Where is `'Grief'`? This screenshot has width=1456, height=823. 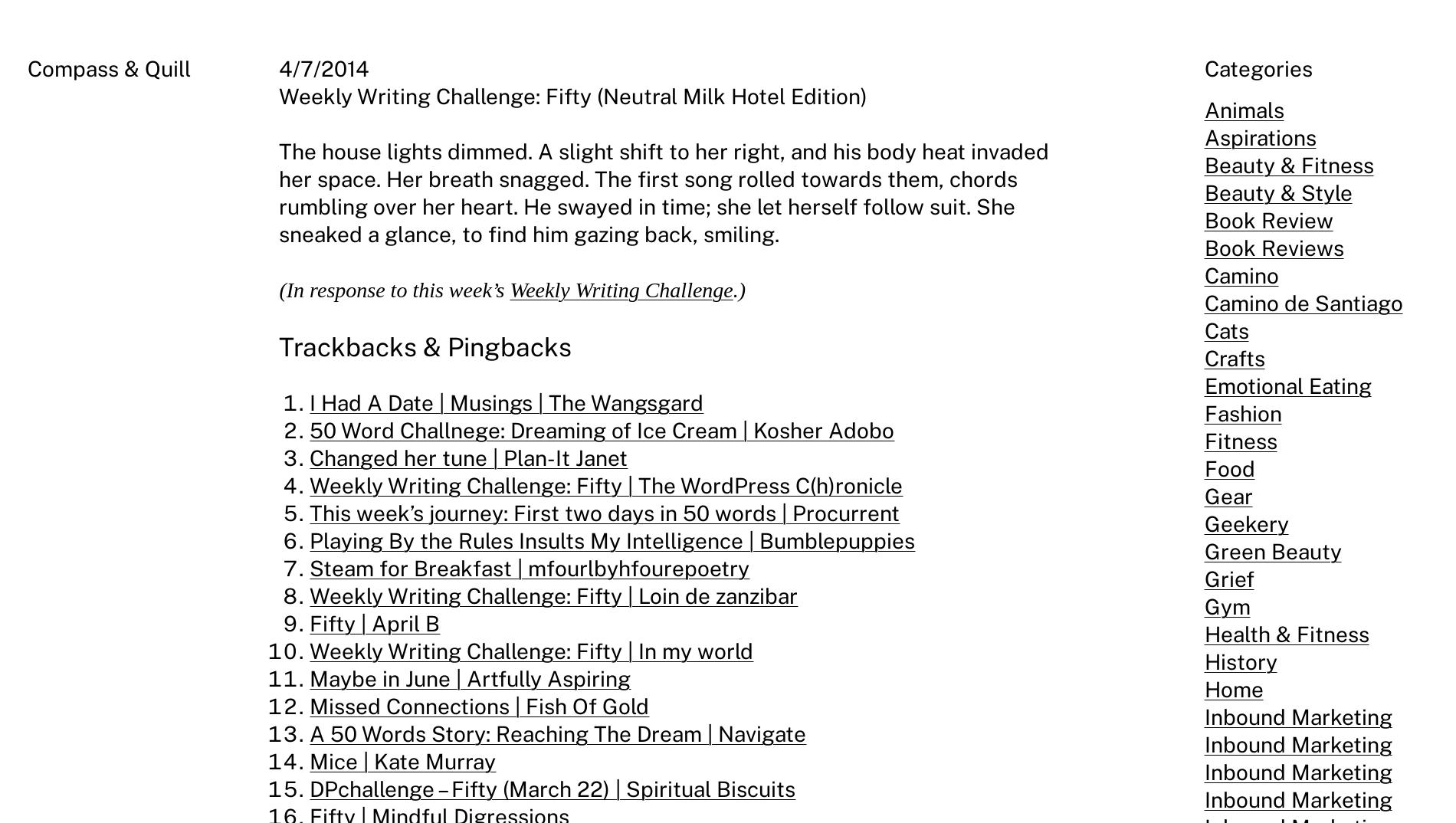 'Grief' is located at coordinates (1228, 578).